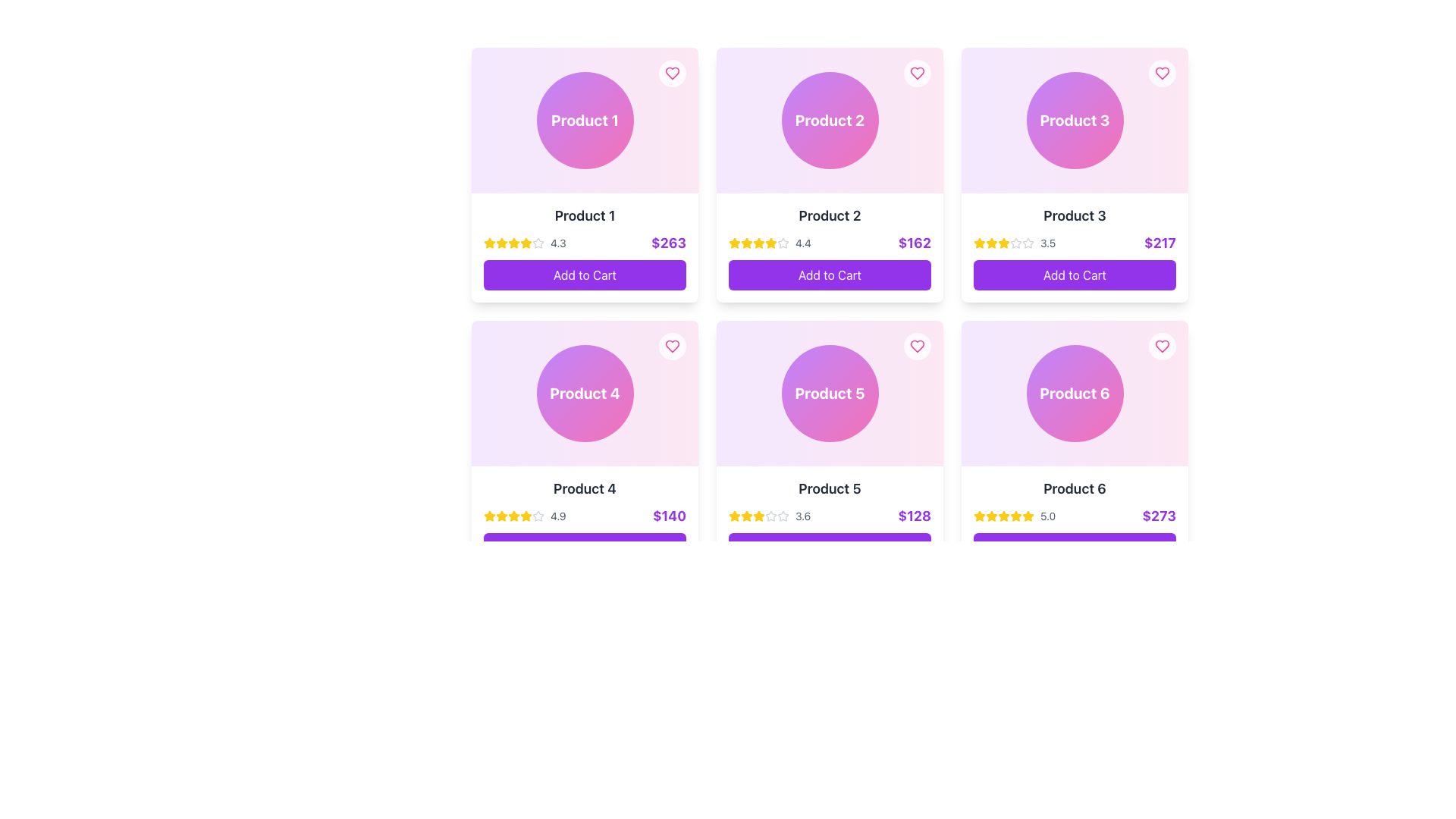 The height and width of the screenshot is (819, 1456). What do you see at coordinates (829, 548) in the screenshot?
I see `the 'Add to Cart' button with a purple background and white text label, which is located at the bottom center of the card for 'Product 5', to observe its hover effects` at bounding box center [829, 548].